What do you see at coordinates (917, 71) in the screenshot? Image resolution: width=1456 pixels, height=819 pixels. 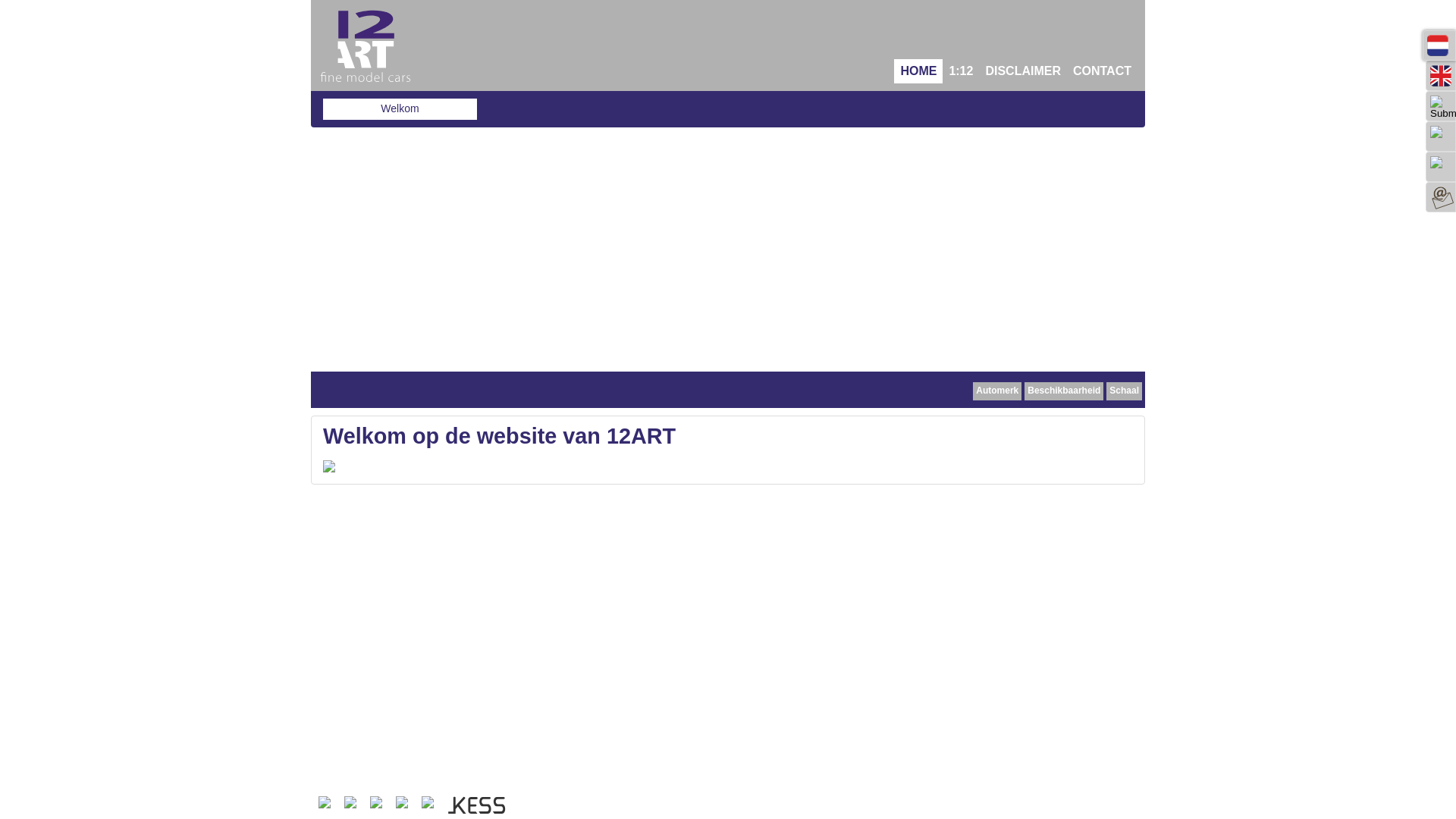 I see `'HOME'` at bounding box center [917, 71].